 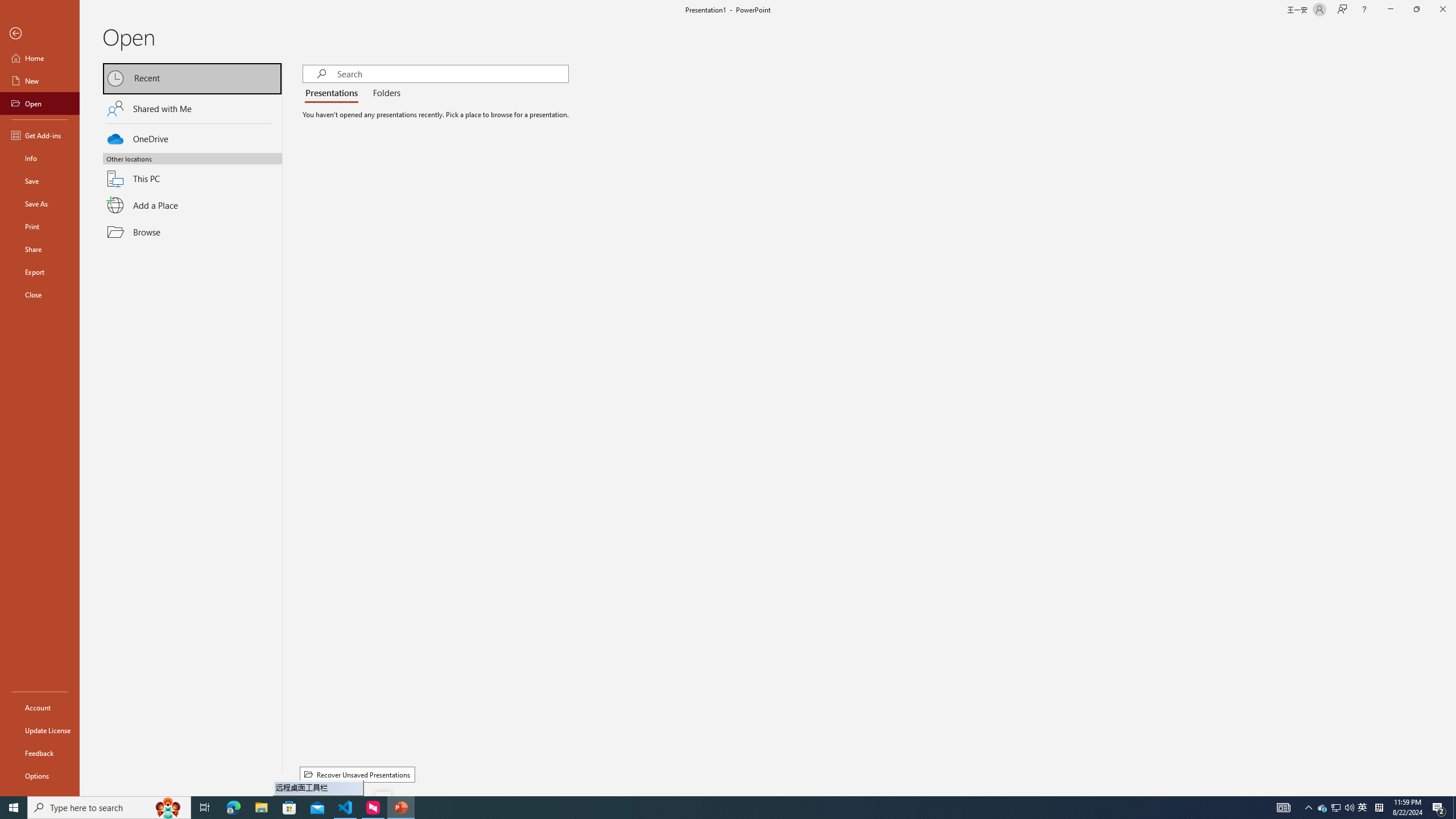 I want to click on 'Export', so click(x=39, y=272).